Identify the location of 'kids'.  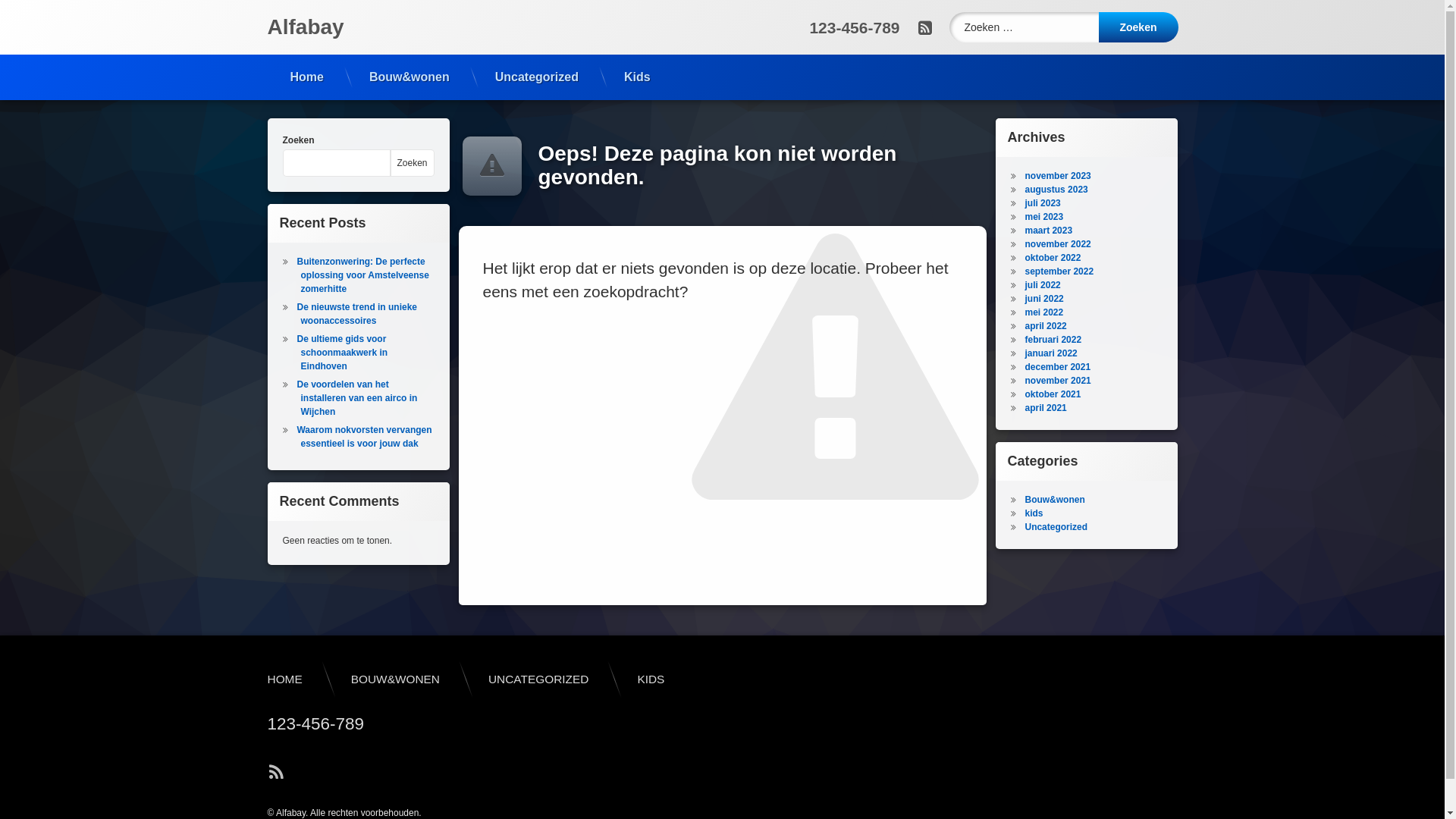
(1033, 513).